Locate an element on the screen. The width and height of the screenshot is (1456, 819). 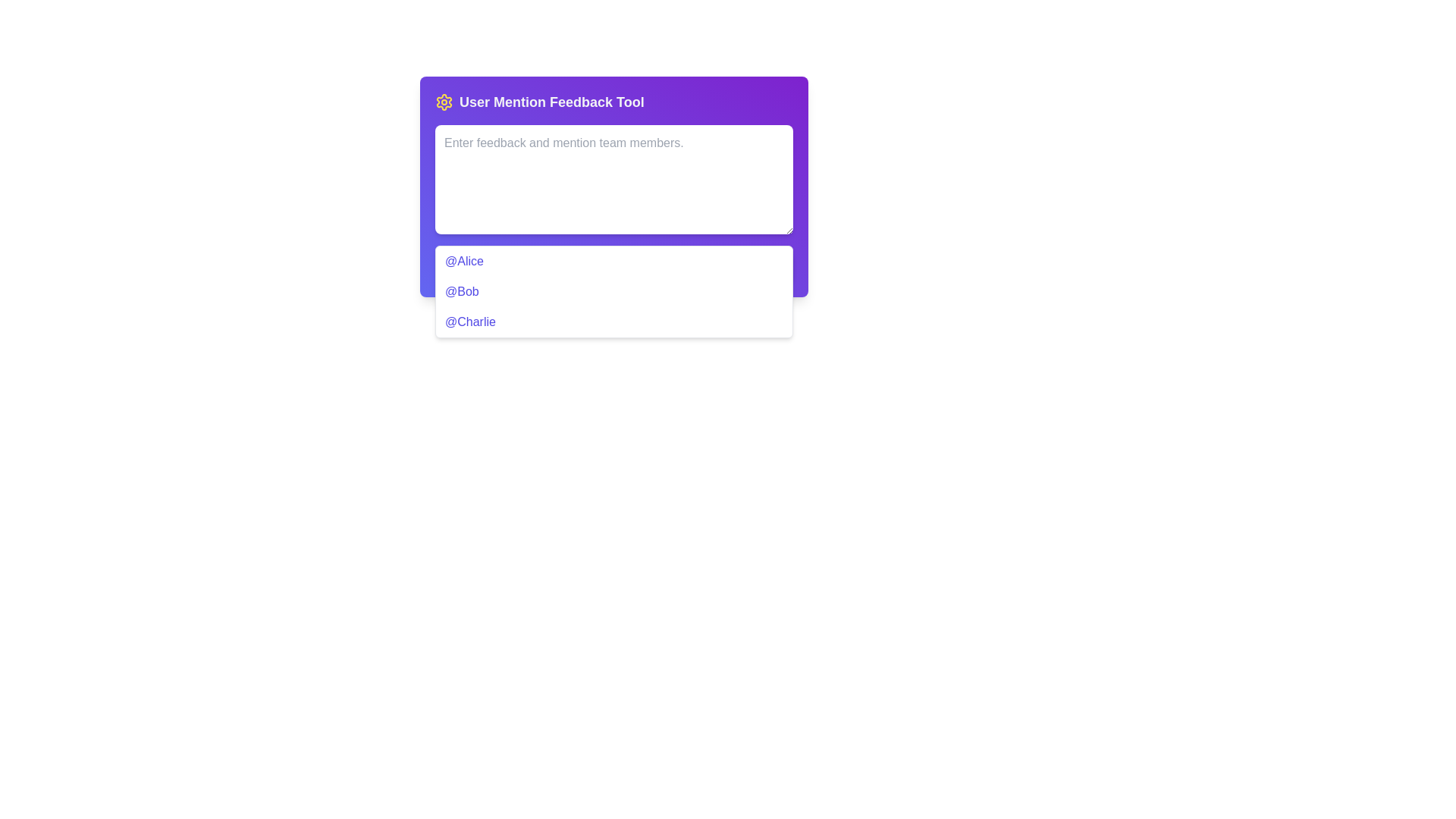
the header titled 'User Mention Feedback Tool' which has a bold typeface on a purple gradient background and a yellow settings icon to the left of the text is located at coordinates (614, 102).